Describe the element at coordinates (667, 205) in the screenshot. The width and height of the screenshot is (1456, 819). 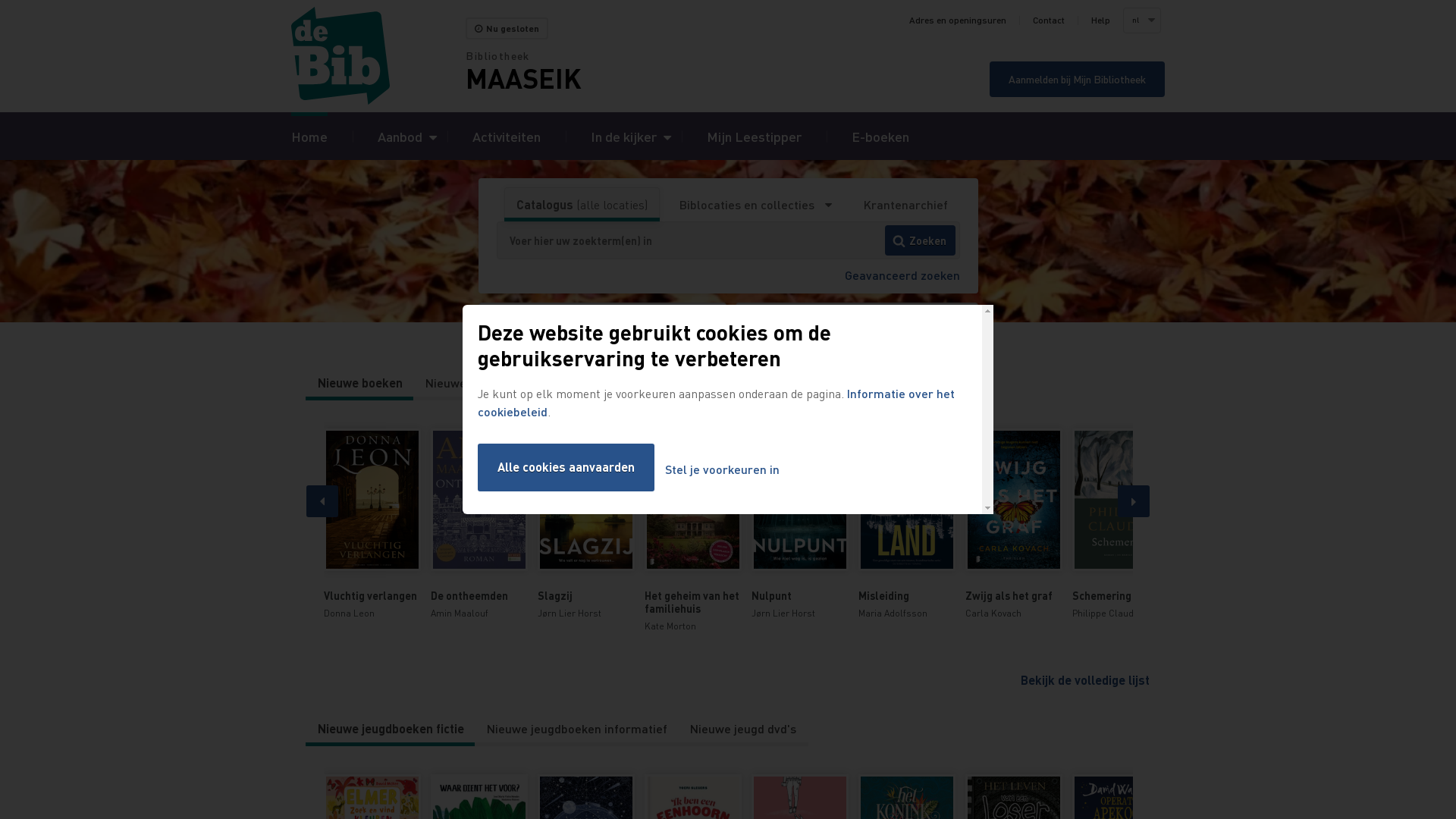
I see `'Biblocaties en collecties'` at that location.